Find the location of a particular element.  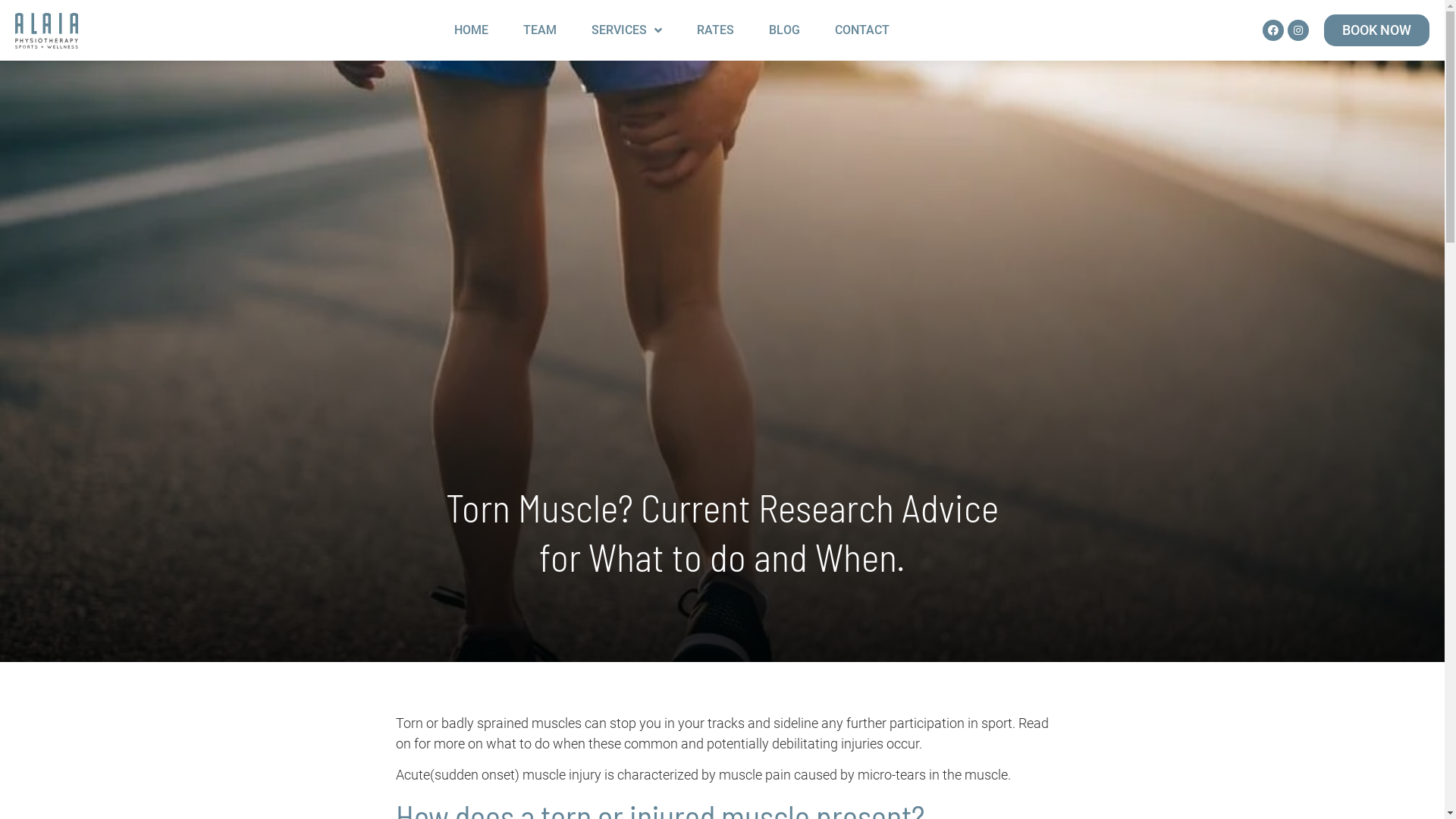

'RATES' is located at coordinates (714, 30).